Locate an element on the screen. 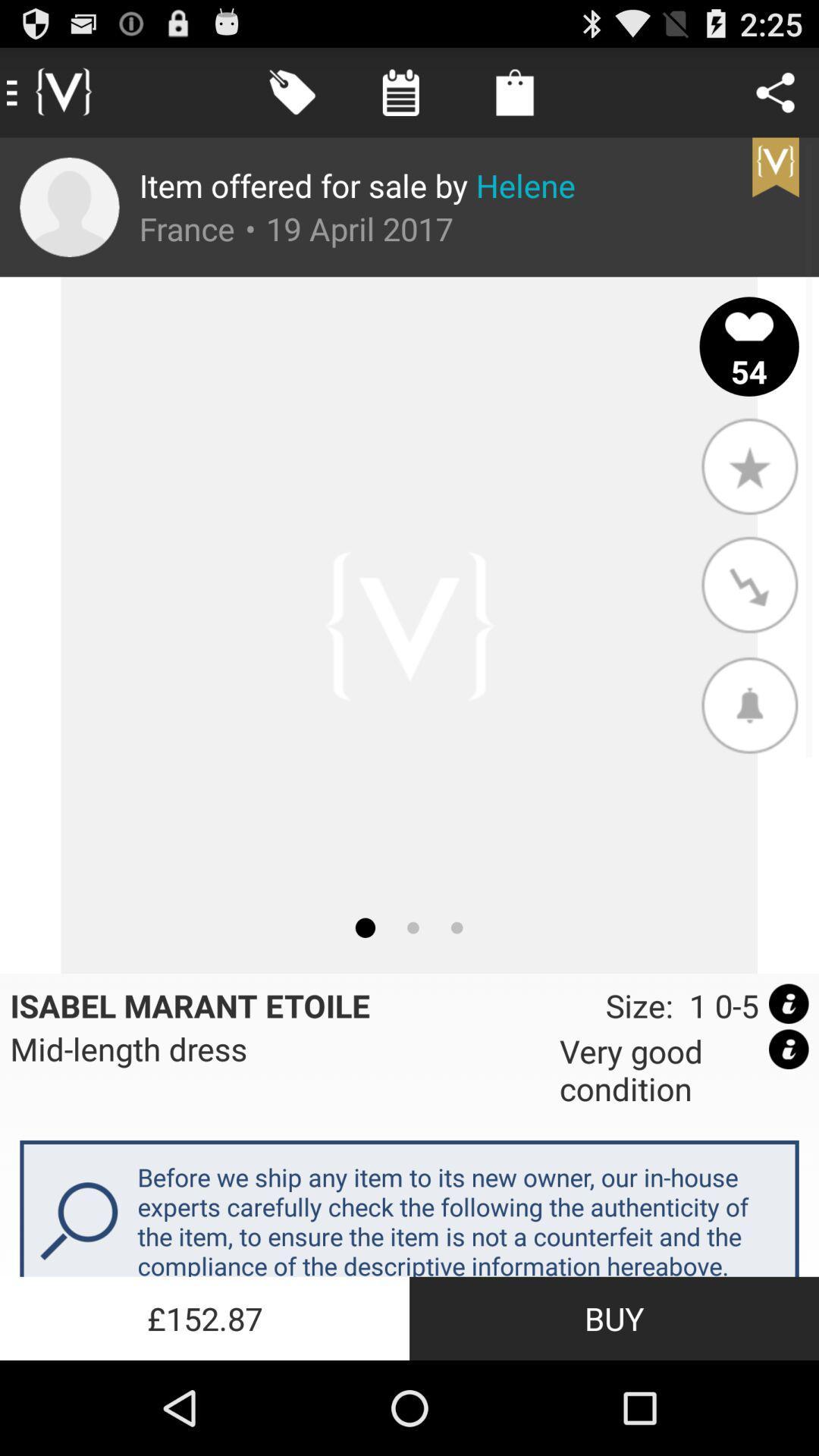  the item offered for icon is located at coordinates (357, 184).